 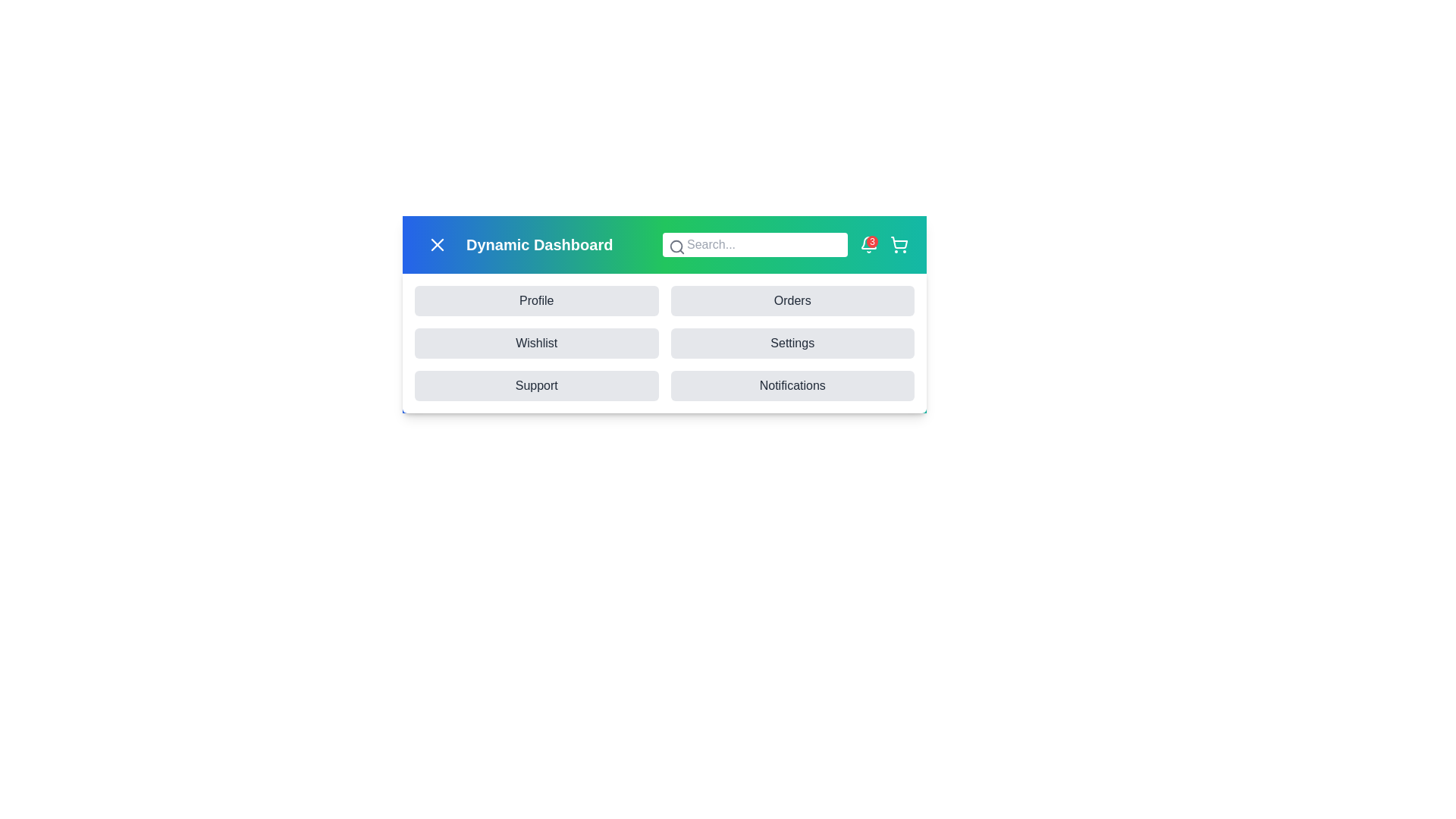 What do you see at coordinates (869, 244) in the screenshot?
I see `the notification bell icon to view notifications` at bounding box center [869, 244].